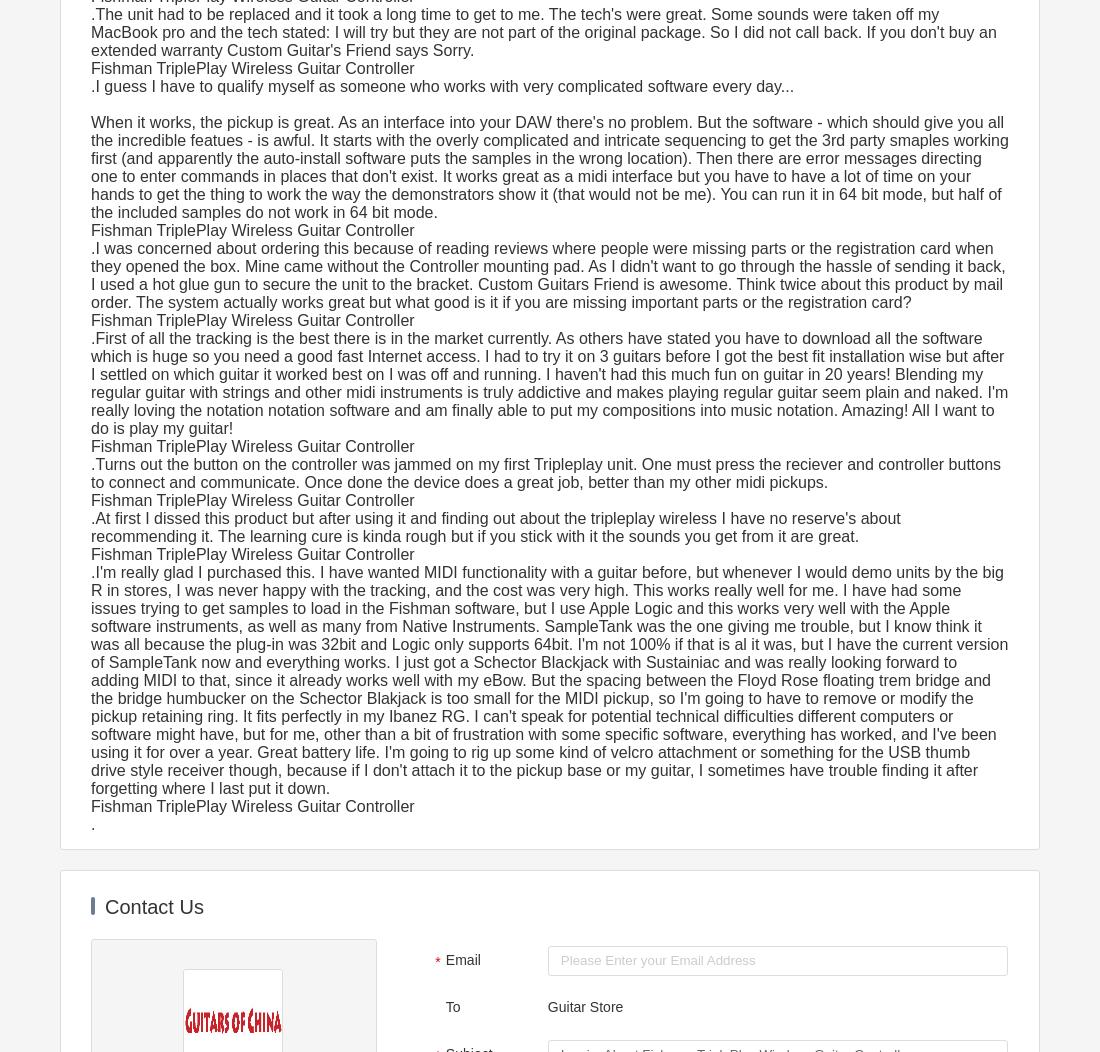 This screenshot has height=1052, width=1100. I want to click on '.I was concerned about ordering this because of reading reviews where people were missing parts or the registration card when they opened the box. Mine came without the Controller mounting pad. As I didn't want to go through the hassle of sending it back, I used a hot glue gun to secure the unit to the bracket. Custom Guitars Friend is awesome. Think twice about this product by mail order. The system actually works great but what good is it if you are missing important parts or the registration card?', so click(548, 275).